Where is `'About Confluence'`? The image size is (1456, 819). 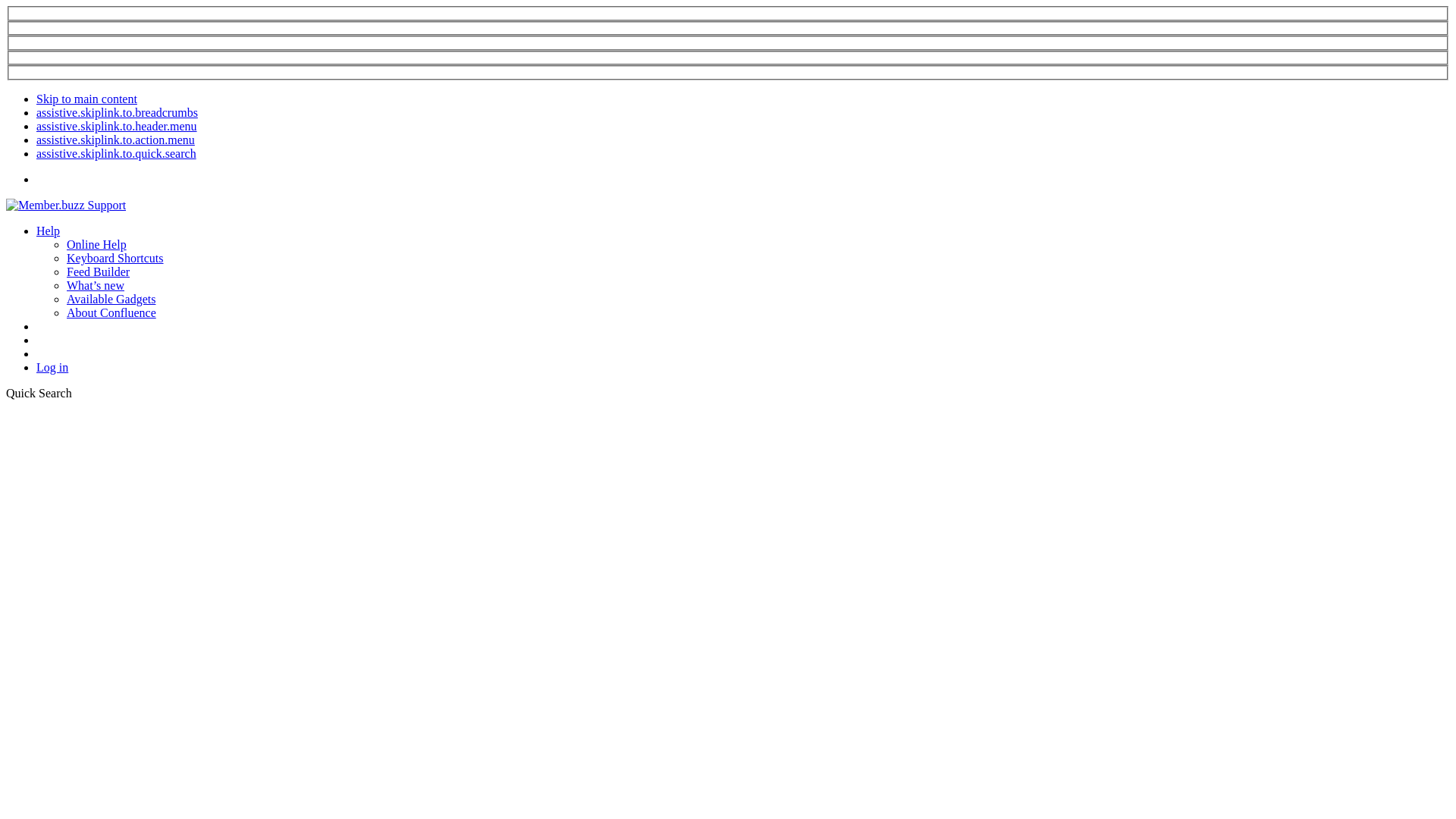 'About Confluence' is located at coordinates (111, 312).